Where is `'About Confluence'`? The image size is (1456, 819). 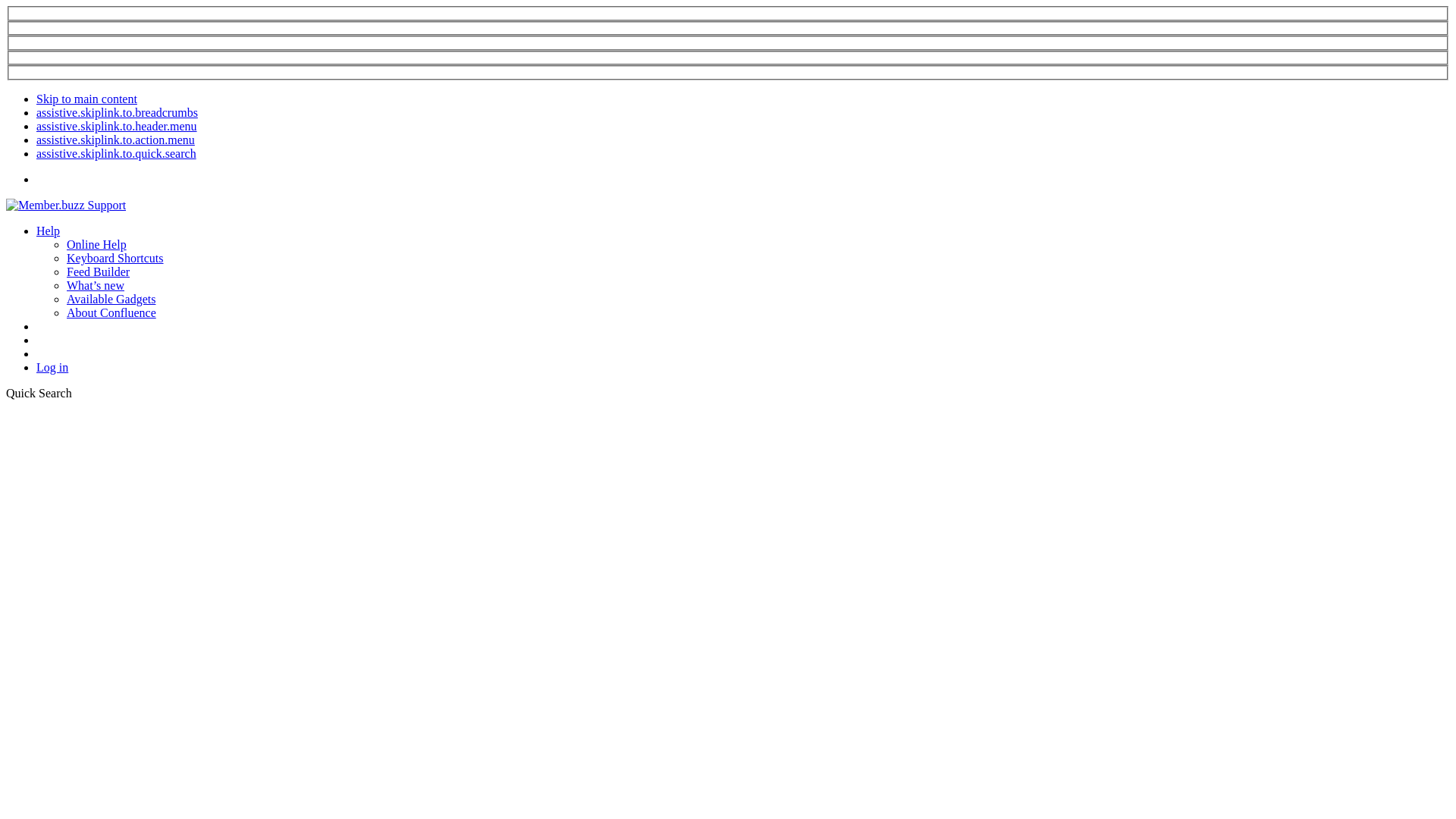 'About Confluence' is located at coordinates (111, 312).